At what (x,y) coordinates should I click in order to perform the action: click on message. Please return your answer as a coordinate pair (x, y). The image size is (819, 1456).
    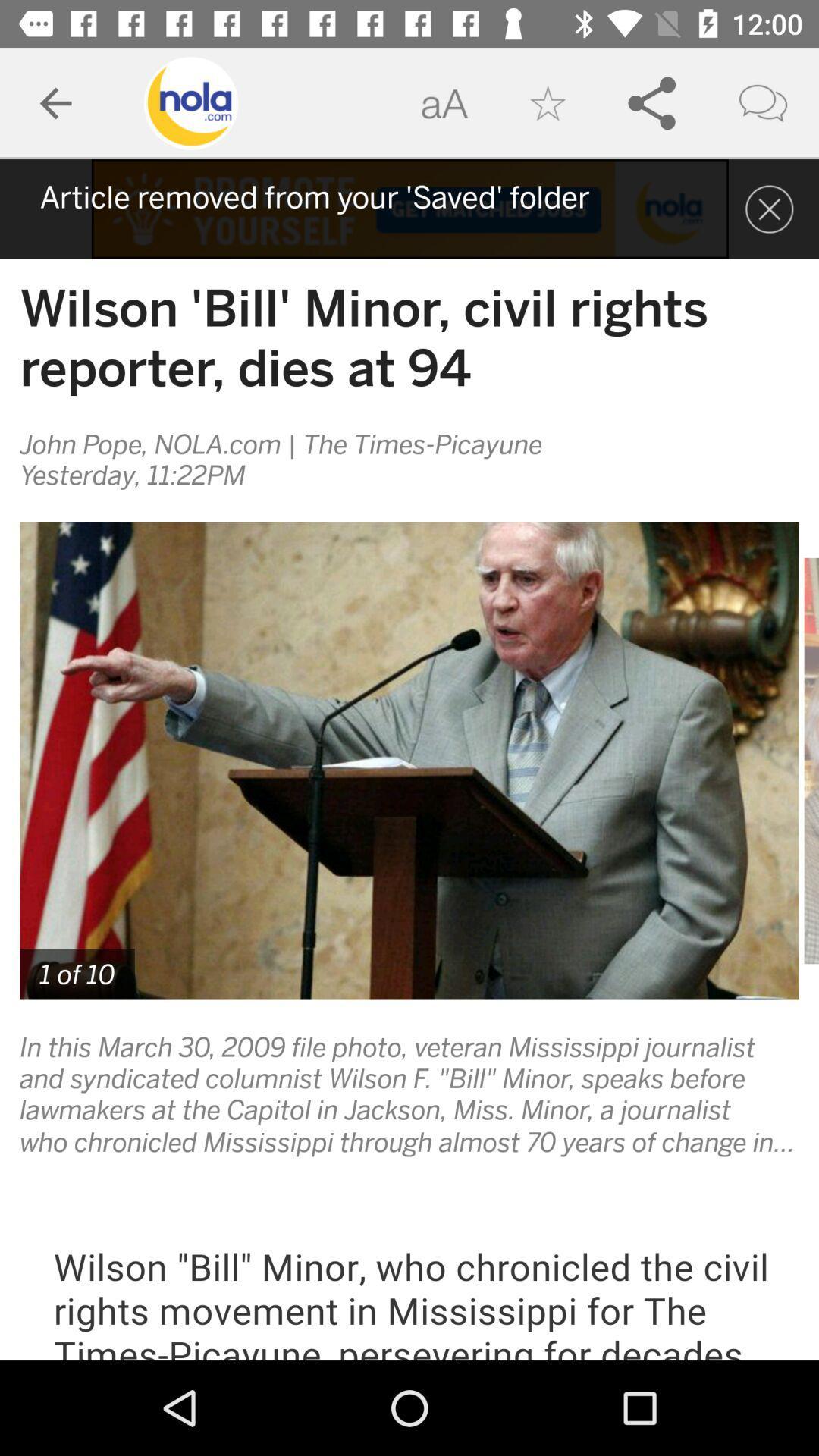
    Looking at the image, I should click on (769, 208).